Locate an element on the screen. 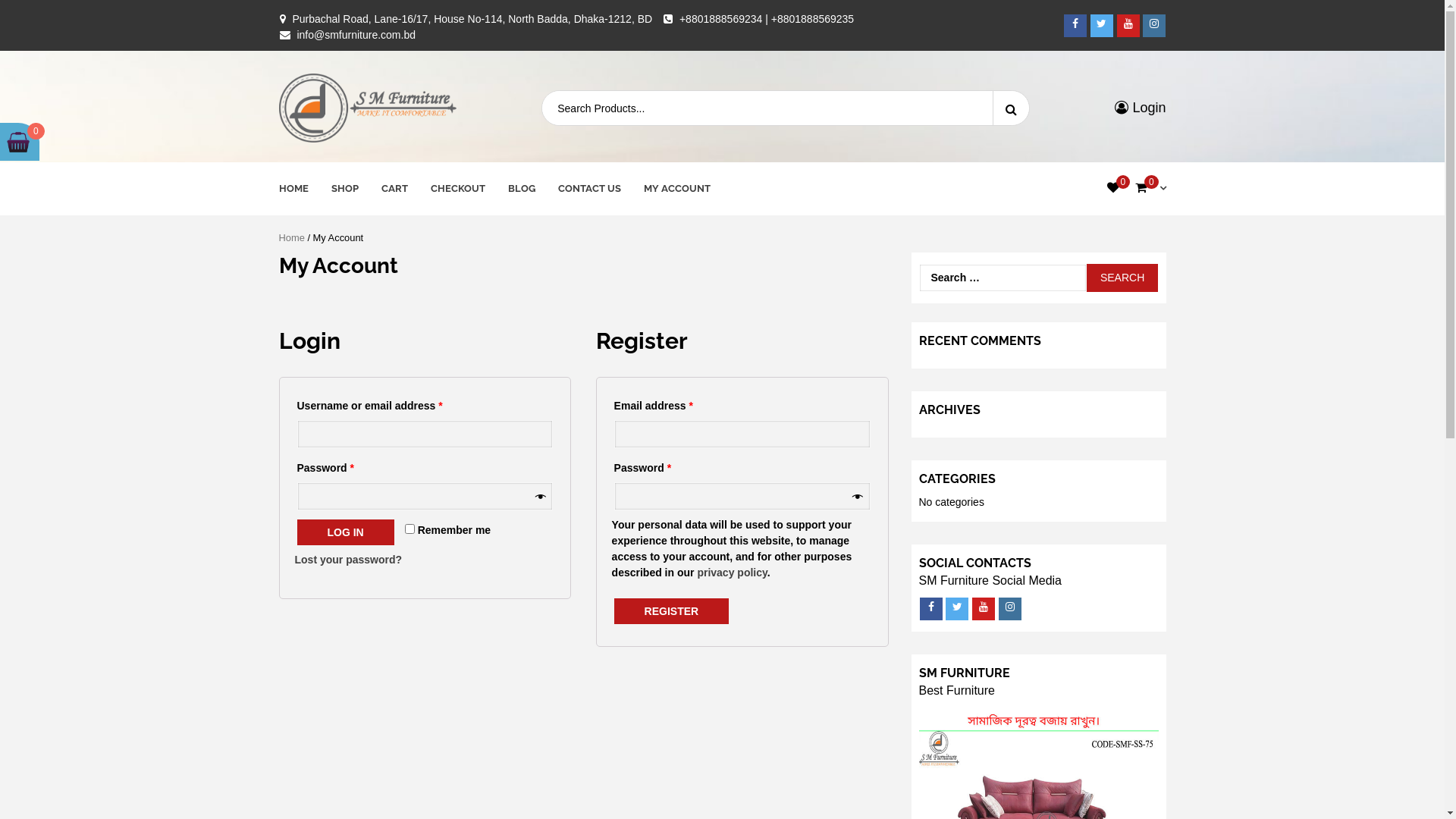  'Home' is located at coordinates (291, 237).